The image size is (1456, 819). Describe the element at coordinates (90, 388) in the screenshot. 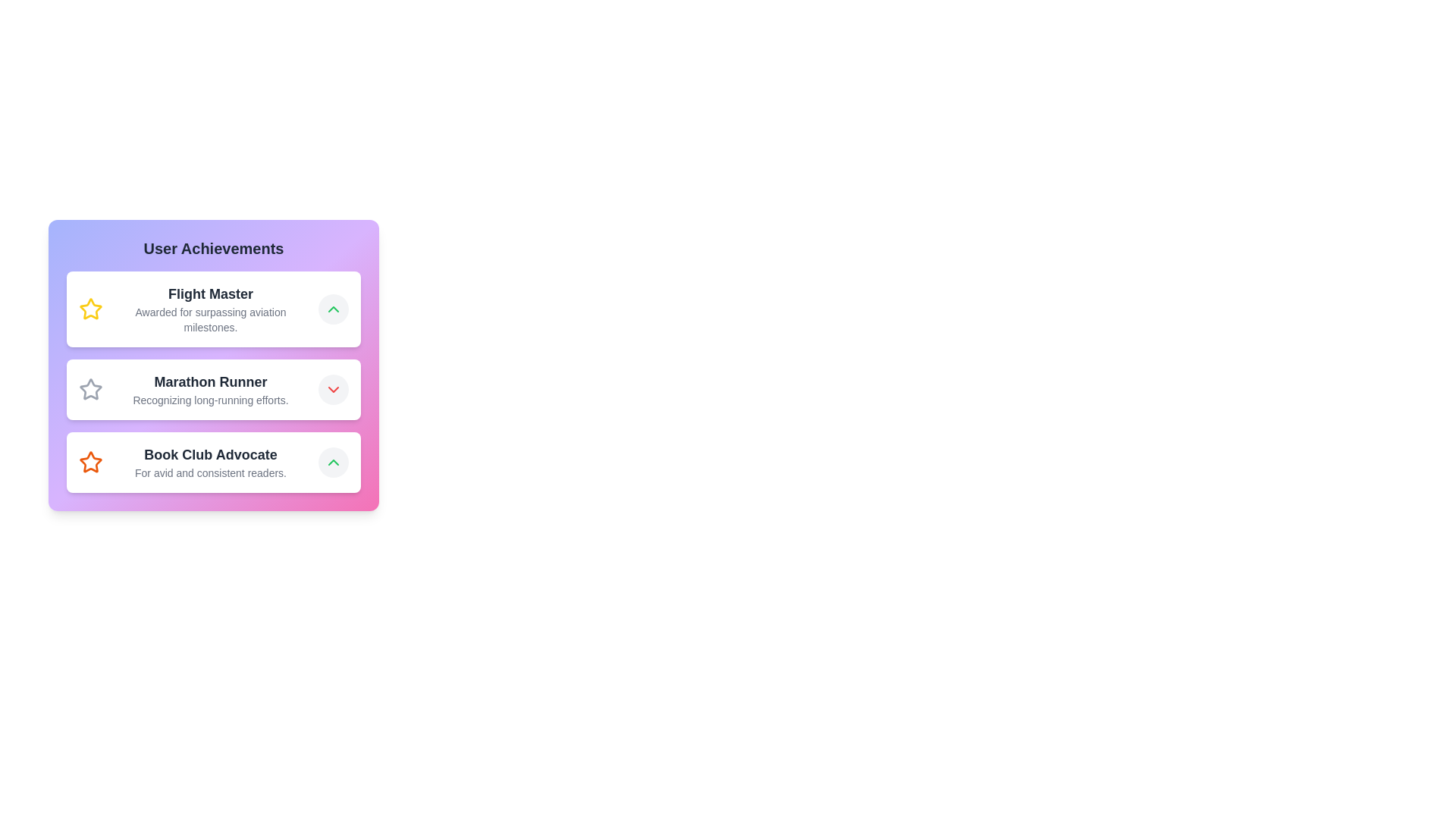

I see `the decorative icon for the 'Book Club Advocate' achievement item, which is located on the left side of the corresponding list item` at that location.